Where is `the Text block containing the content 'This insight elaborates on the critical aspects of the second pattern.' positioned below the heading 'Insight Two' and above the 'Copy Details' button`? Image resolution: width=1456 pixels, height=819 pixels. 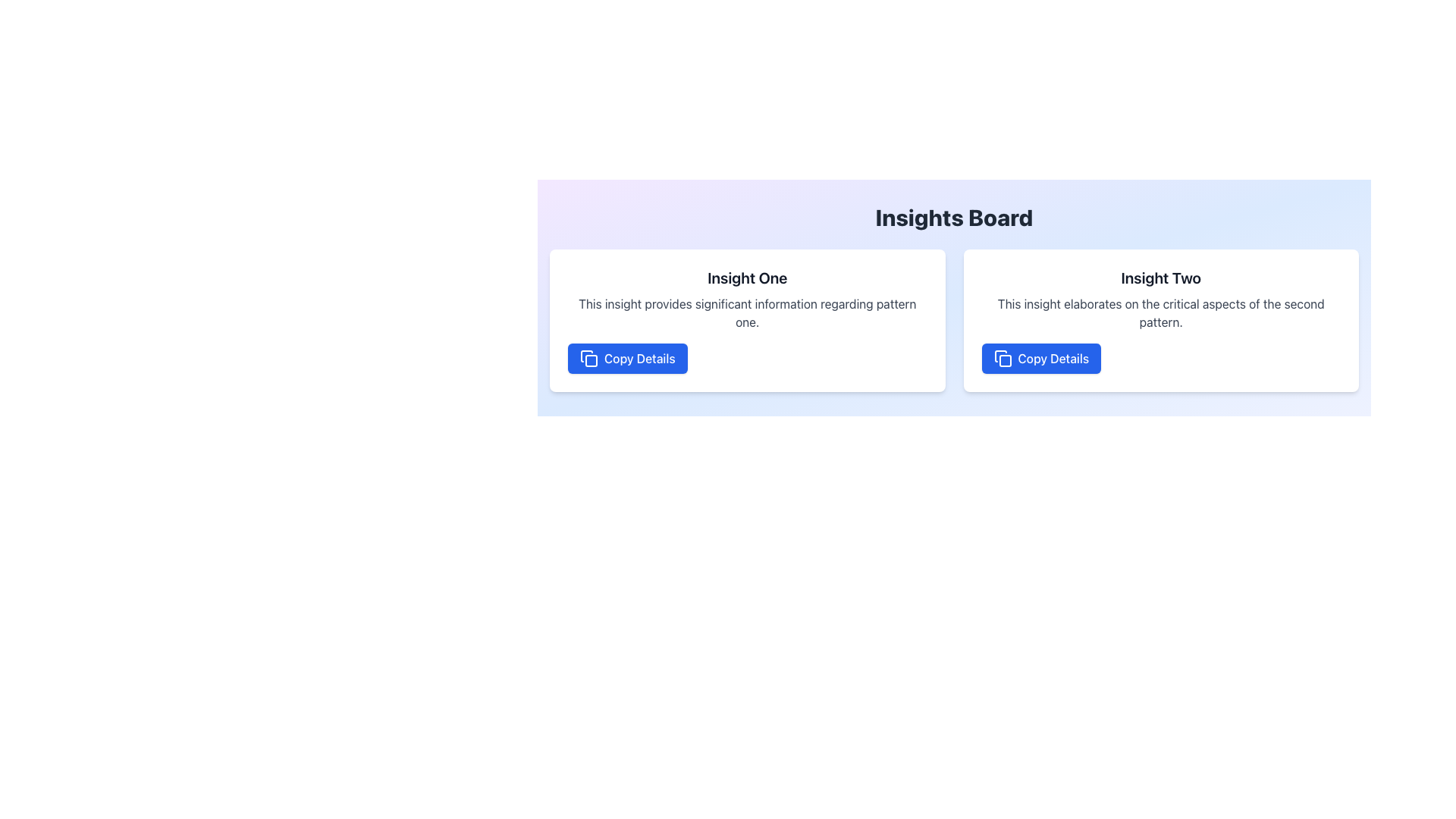
the Text block containing the content 'This insight elaborates on the critical aspects of the second pattern.' positioned below the heading 'Insight Two' and above the 'Copy Details' button is located at coordinates (1160, 312).